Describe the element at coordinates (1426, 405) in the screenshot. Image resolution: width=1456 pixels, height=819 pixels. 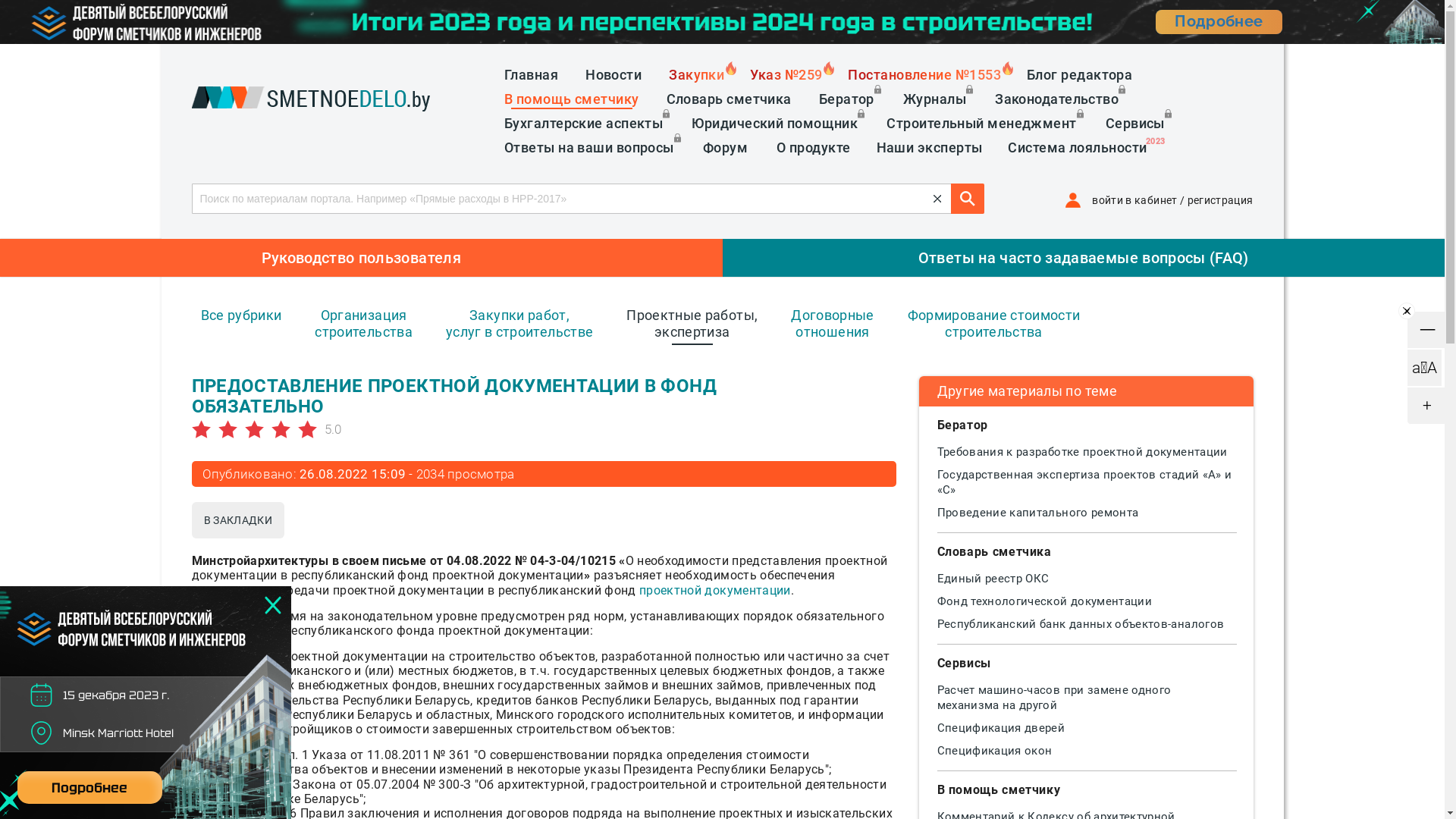
I see `'+'` at that location.